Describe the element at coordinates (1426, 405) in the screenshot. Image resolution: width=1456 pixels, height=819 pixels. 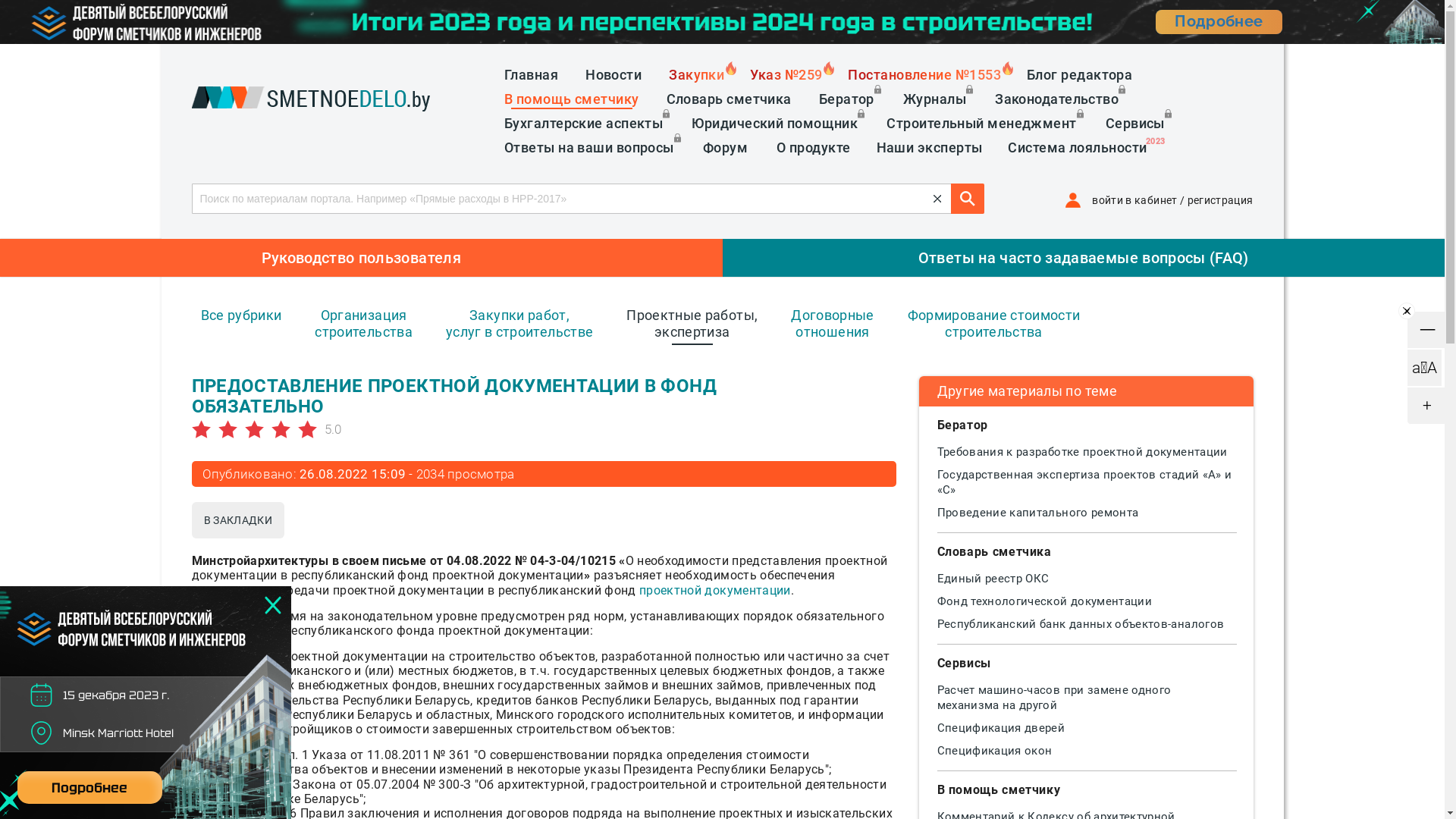
I see `'+'` at that location.